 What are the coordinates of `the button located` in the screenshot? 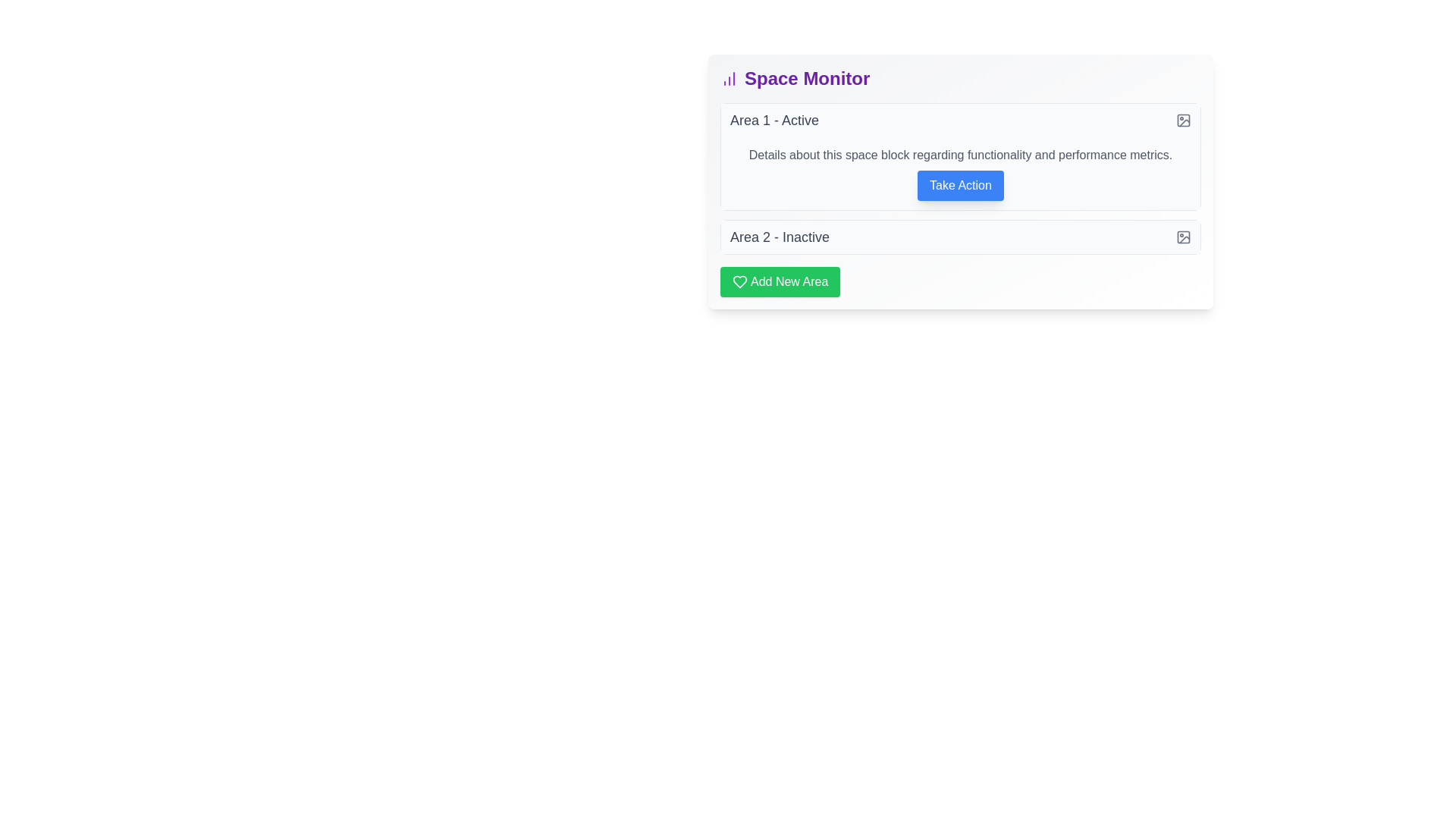 It's located at (960, 185).